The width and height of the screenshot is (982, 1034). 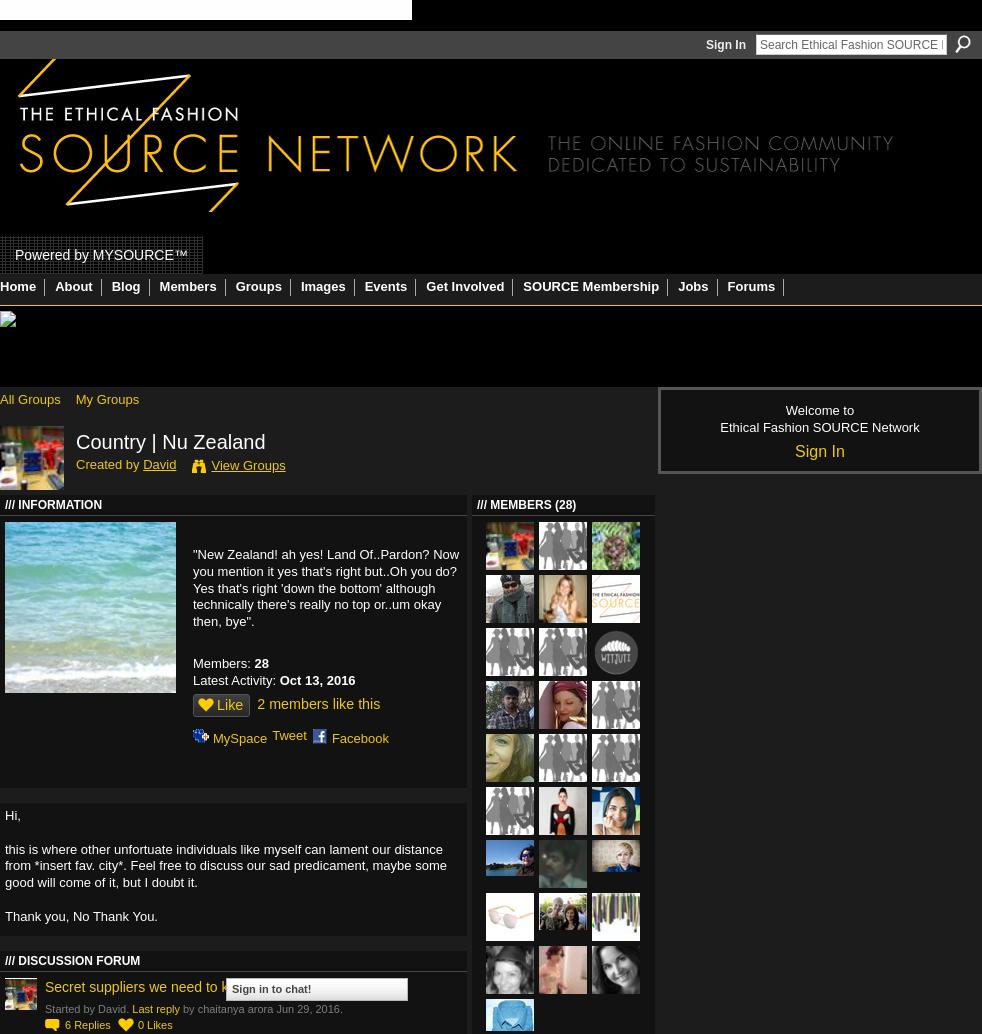 I want to click on 'Members', so click(x=186, y=285).